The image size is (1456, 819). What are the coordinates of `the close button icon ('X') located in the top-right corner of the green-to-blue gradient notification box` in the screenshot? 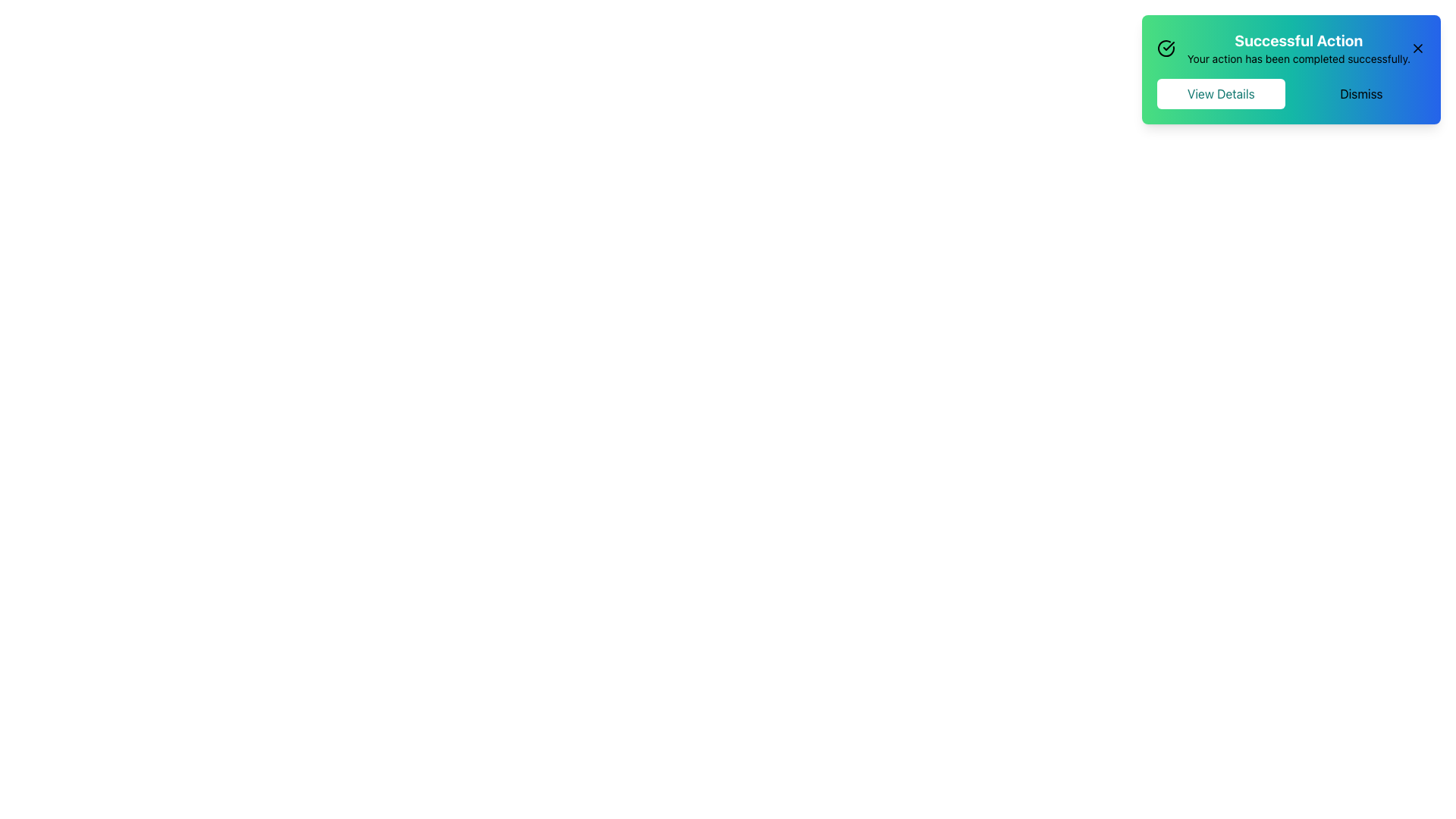 It's located at (1417, 48).